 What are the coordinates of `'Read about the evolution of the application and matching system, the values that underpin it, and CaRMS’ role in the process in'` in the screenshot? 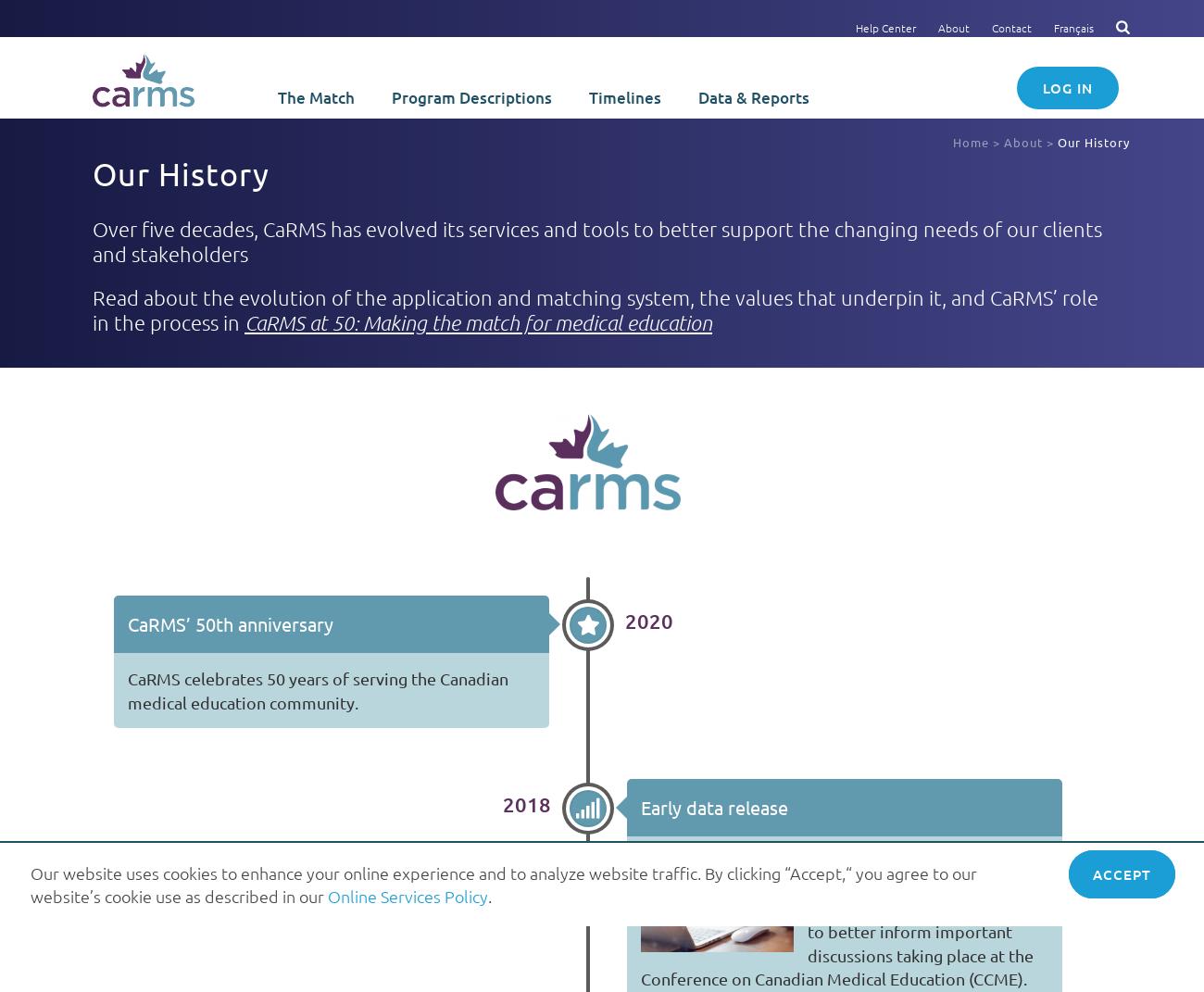 It's located at (595, 308).